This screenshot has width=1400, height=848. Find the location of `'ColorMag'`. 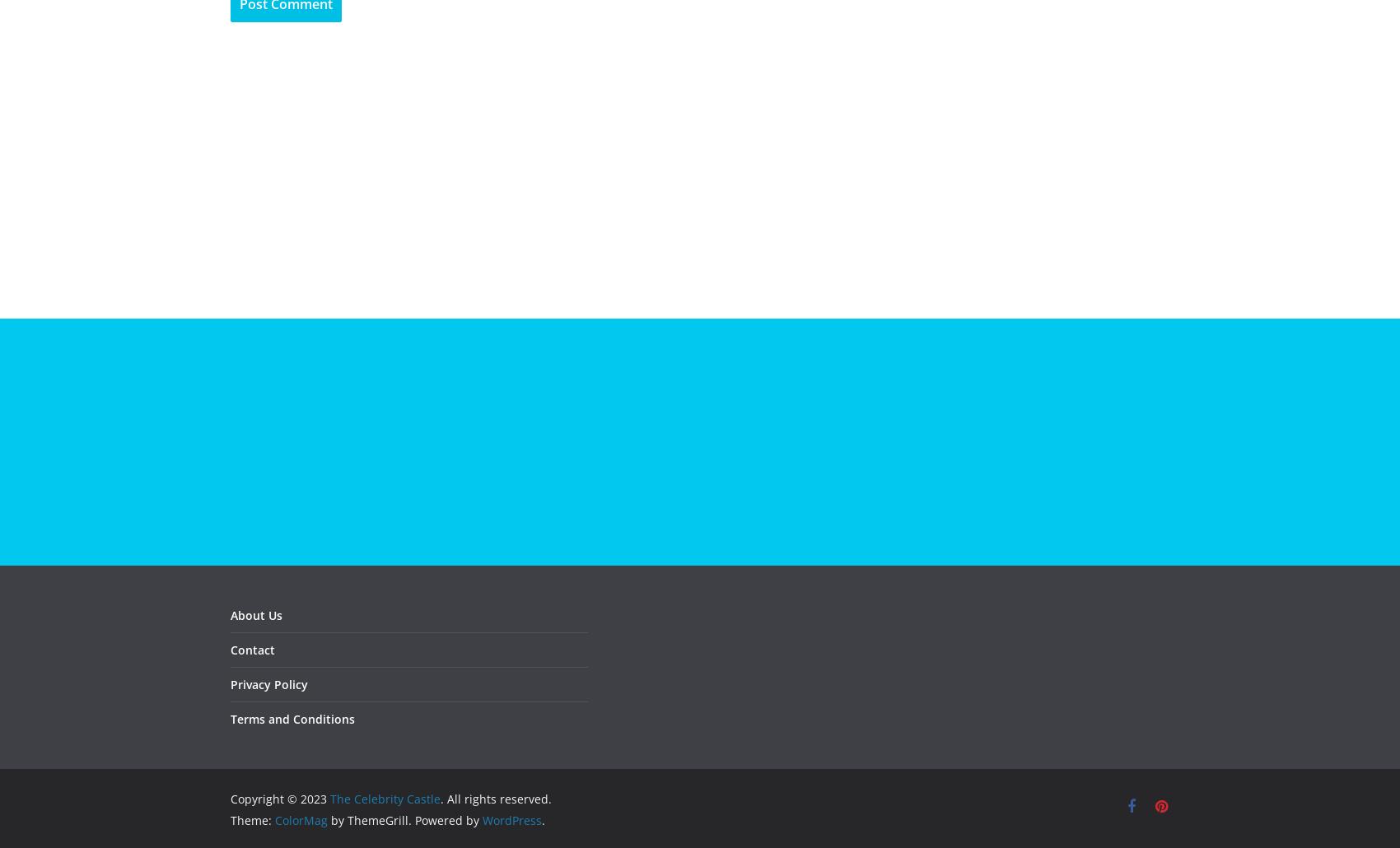

'ColorMag' is located at coordinates (274, 818).